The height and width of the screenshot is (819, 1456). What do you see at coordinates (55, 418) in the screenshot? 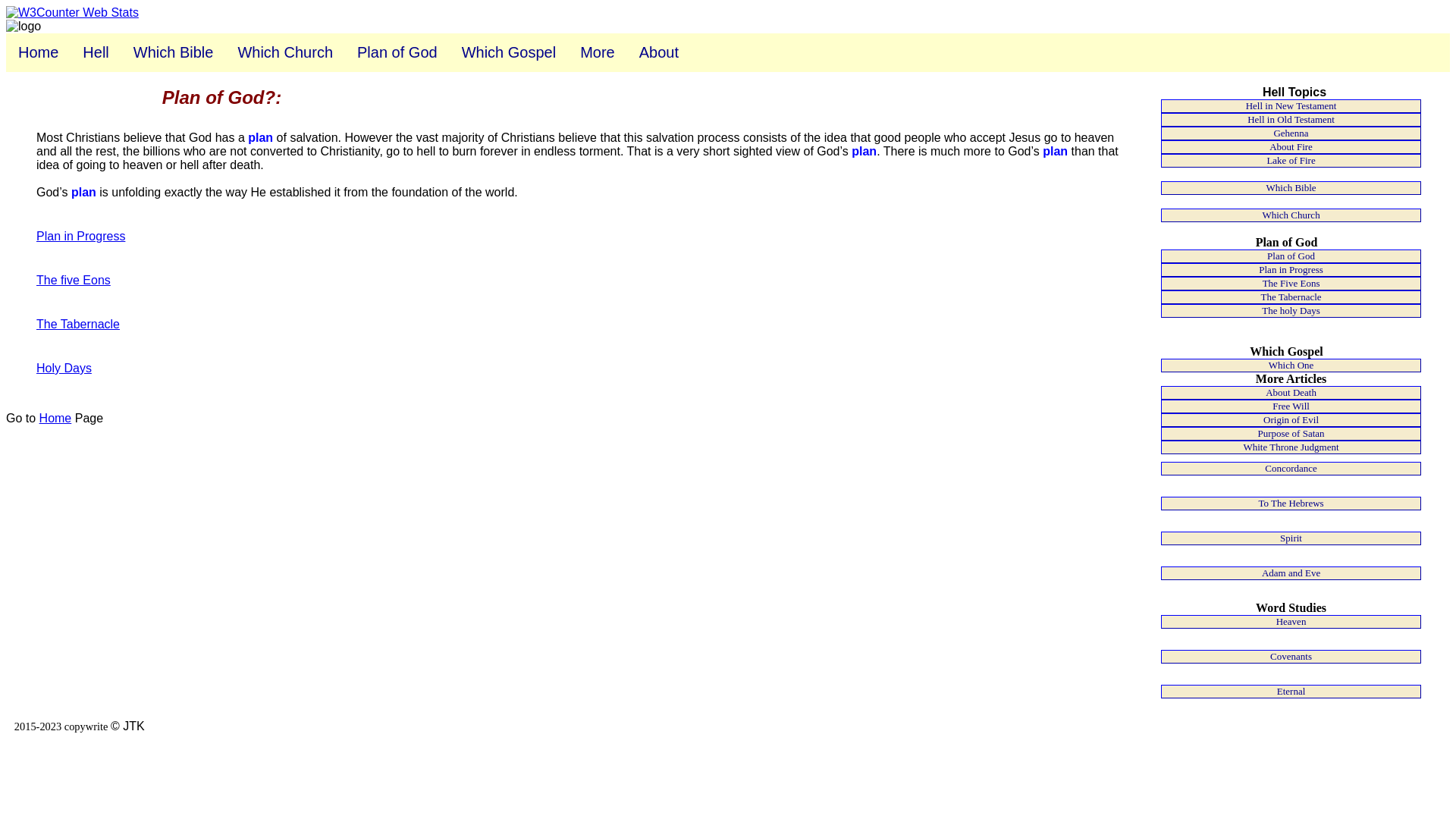
I see `'Home'` at bounding box center [55, 418].